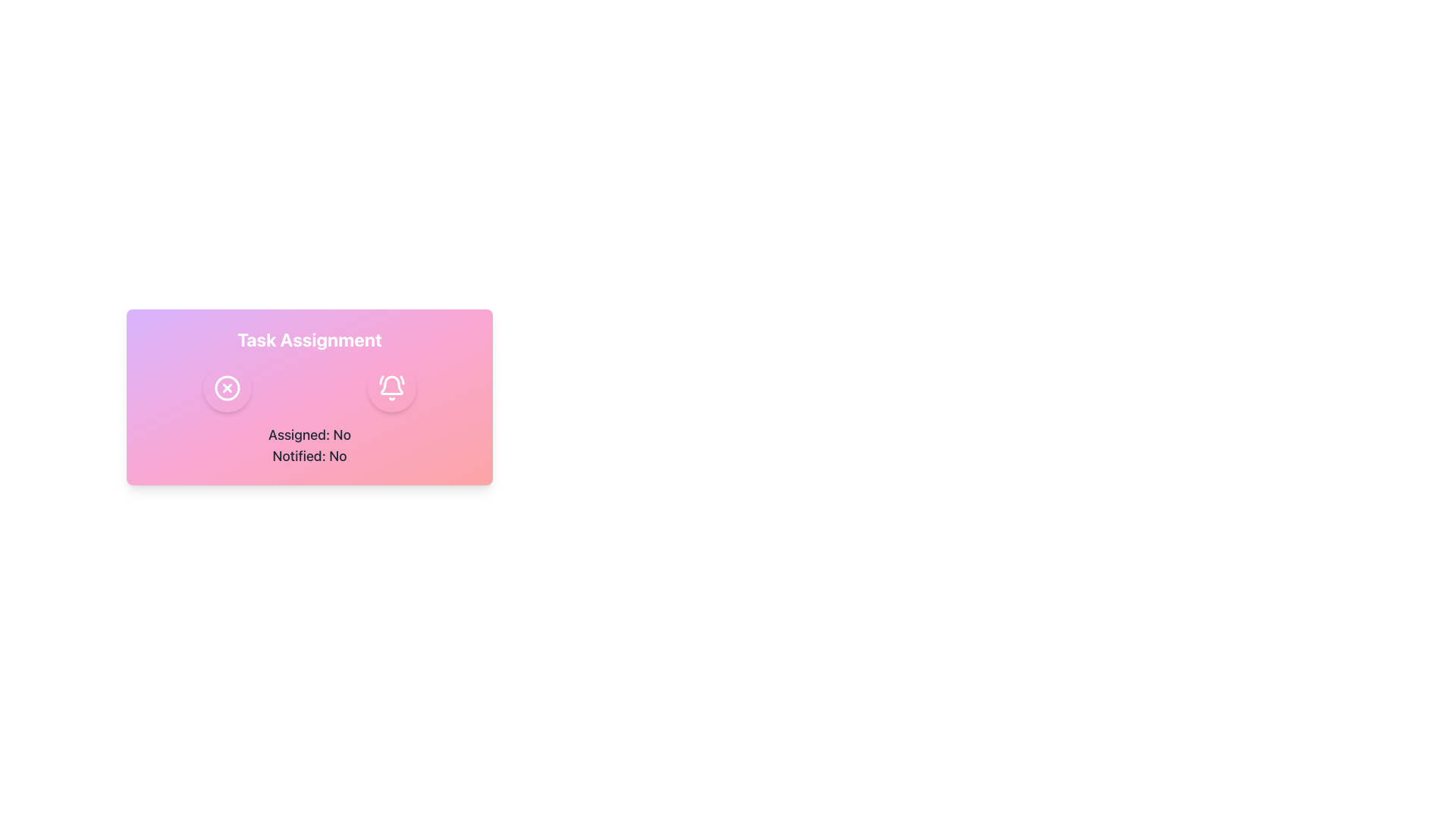  What do you see at coordinates (392, 384) in the screenshot?
I see `the notification icon located within the right circle near the 'Task Assignment' label` at bounding box center [392, 384].